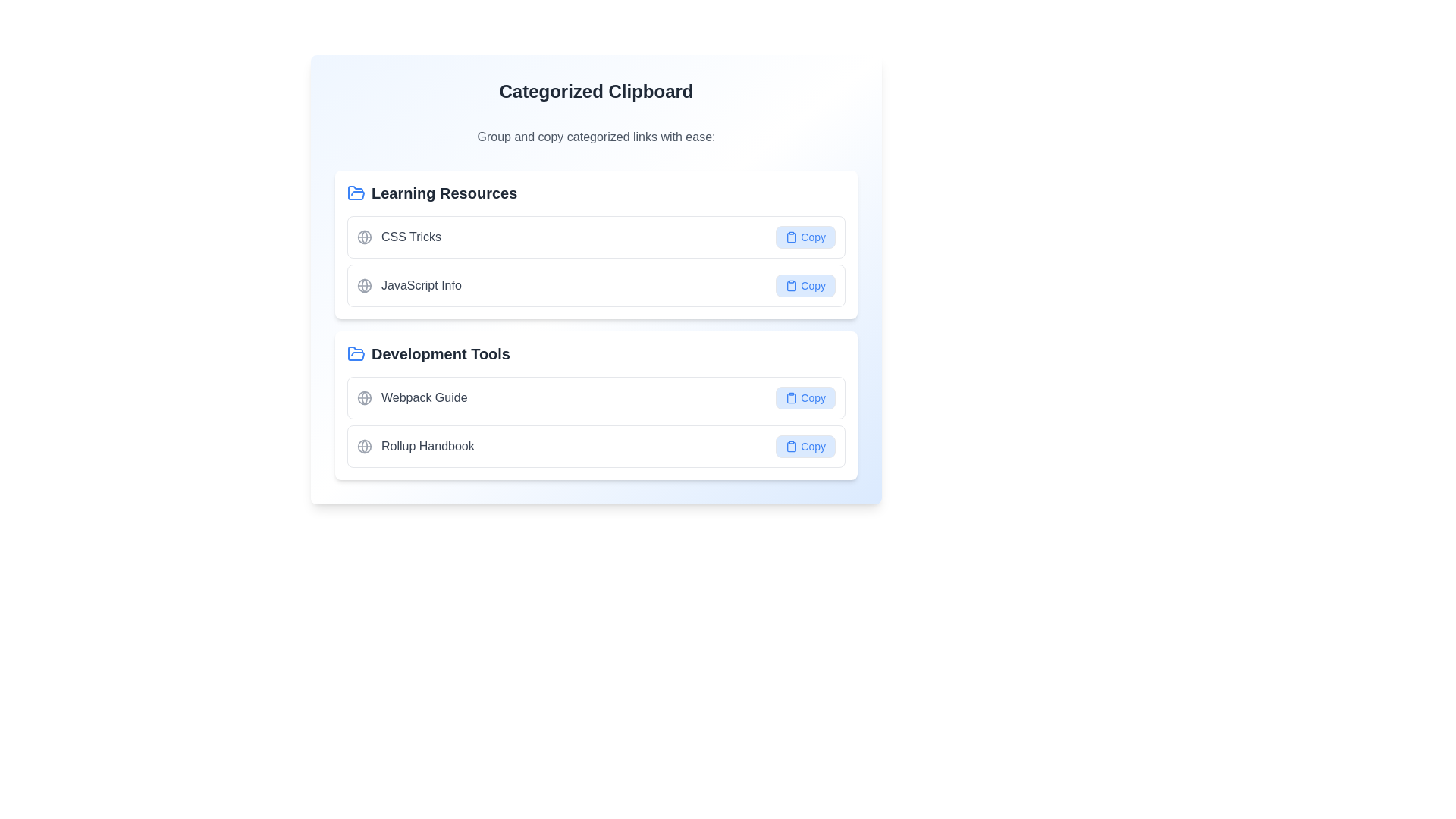  Describe the element at coordinates (416, 446) in the screenshot. I see `the 'Rollup Handbook' link, which consists of a globe icon and a text label, located in the 'Development Tools' section under 'Categorized Clipboard'` at that location.